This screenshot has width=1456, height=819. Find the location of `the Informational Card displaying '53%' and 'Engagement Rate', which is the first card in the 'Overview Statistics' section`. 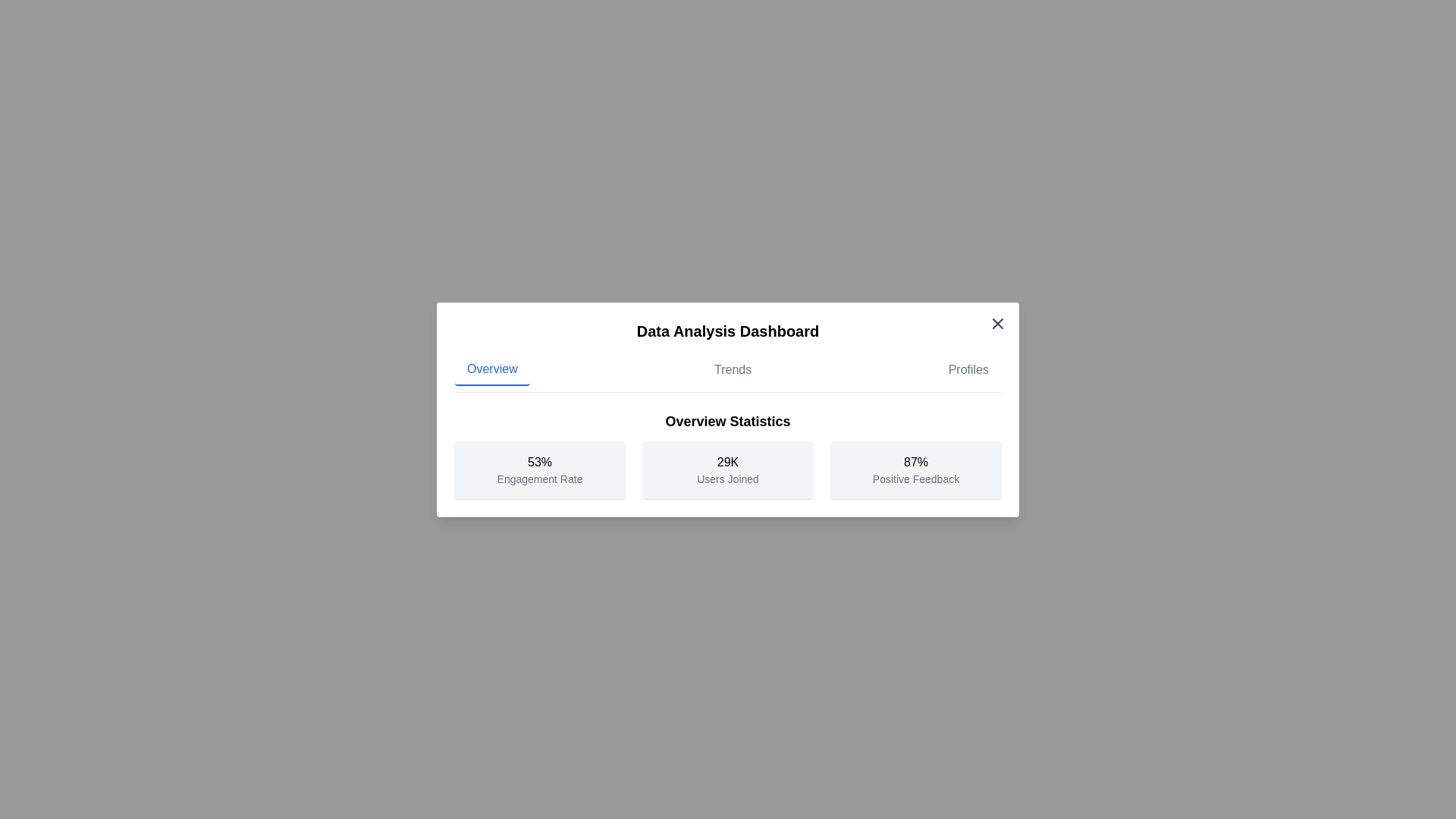

the Informational Card displaying '53%' and 'Engagement Rate', which is the first card in the 'Overview Statistics' section is located at coordinates (539, 469).